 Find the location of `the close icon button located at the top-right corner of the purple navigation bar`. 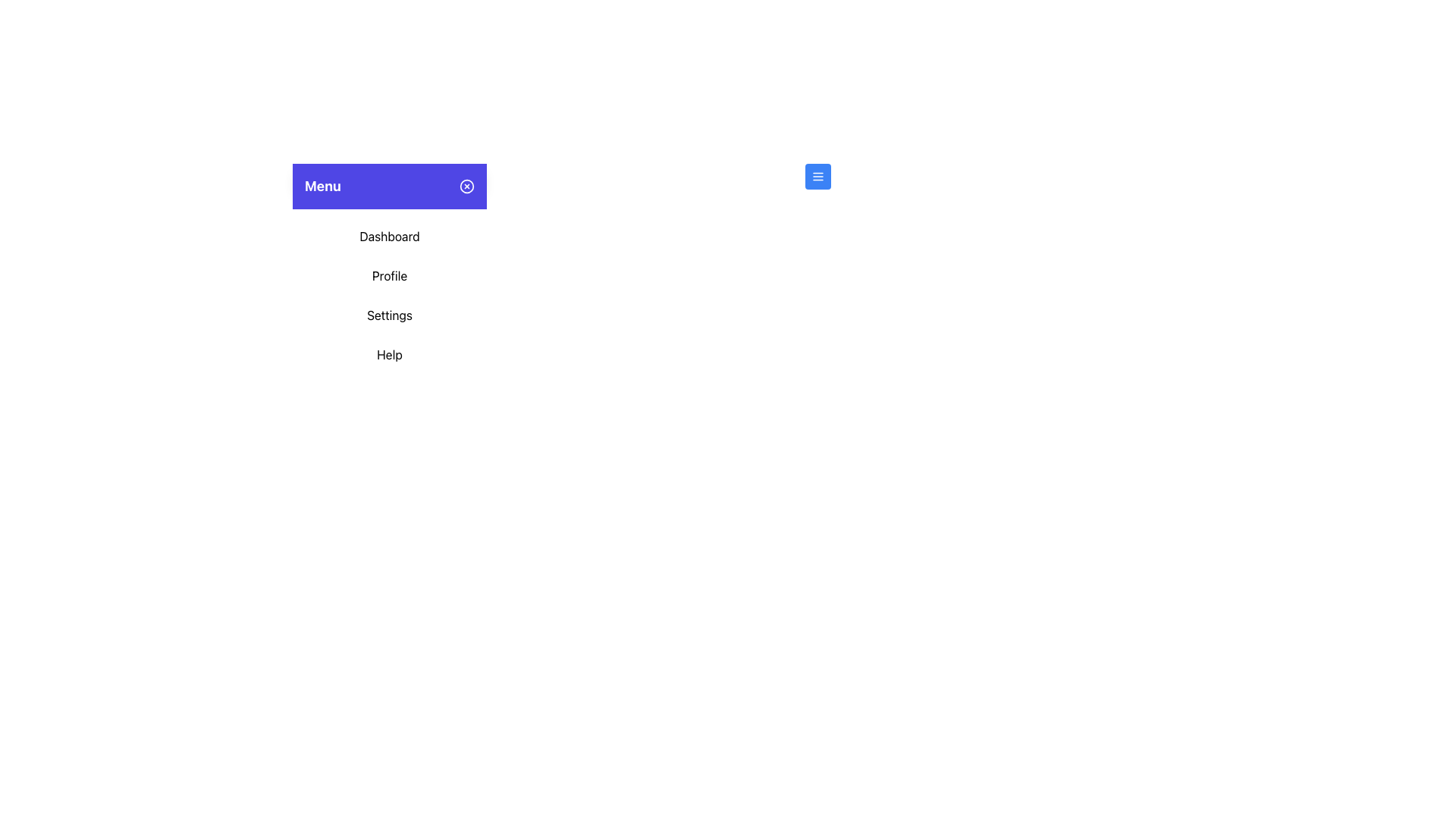

the close icon button located at the top-right corner of the purple navigation bar is located at coordinates (466, 186).